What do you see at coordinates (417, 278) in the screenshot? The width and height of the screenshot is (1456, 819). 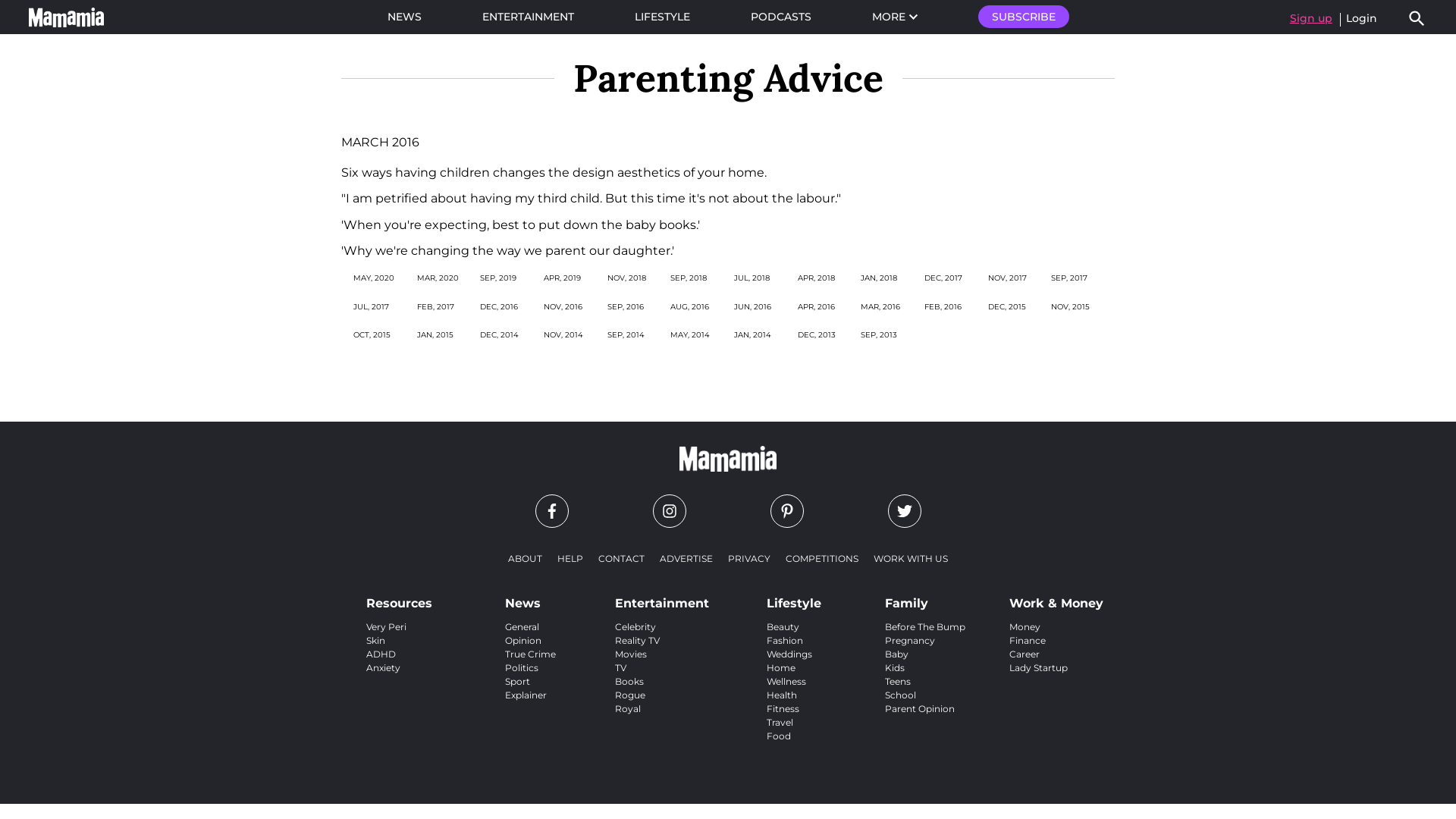 I see `'MAR, 2020'` at bounding box center [417, 278].